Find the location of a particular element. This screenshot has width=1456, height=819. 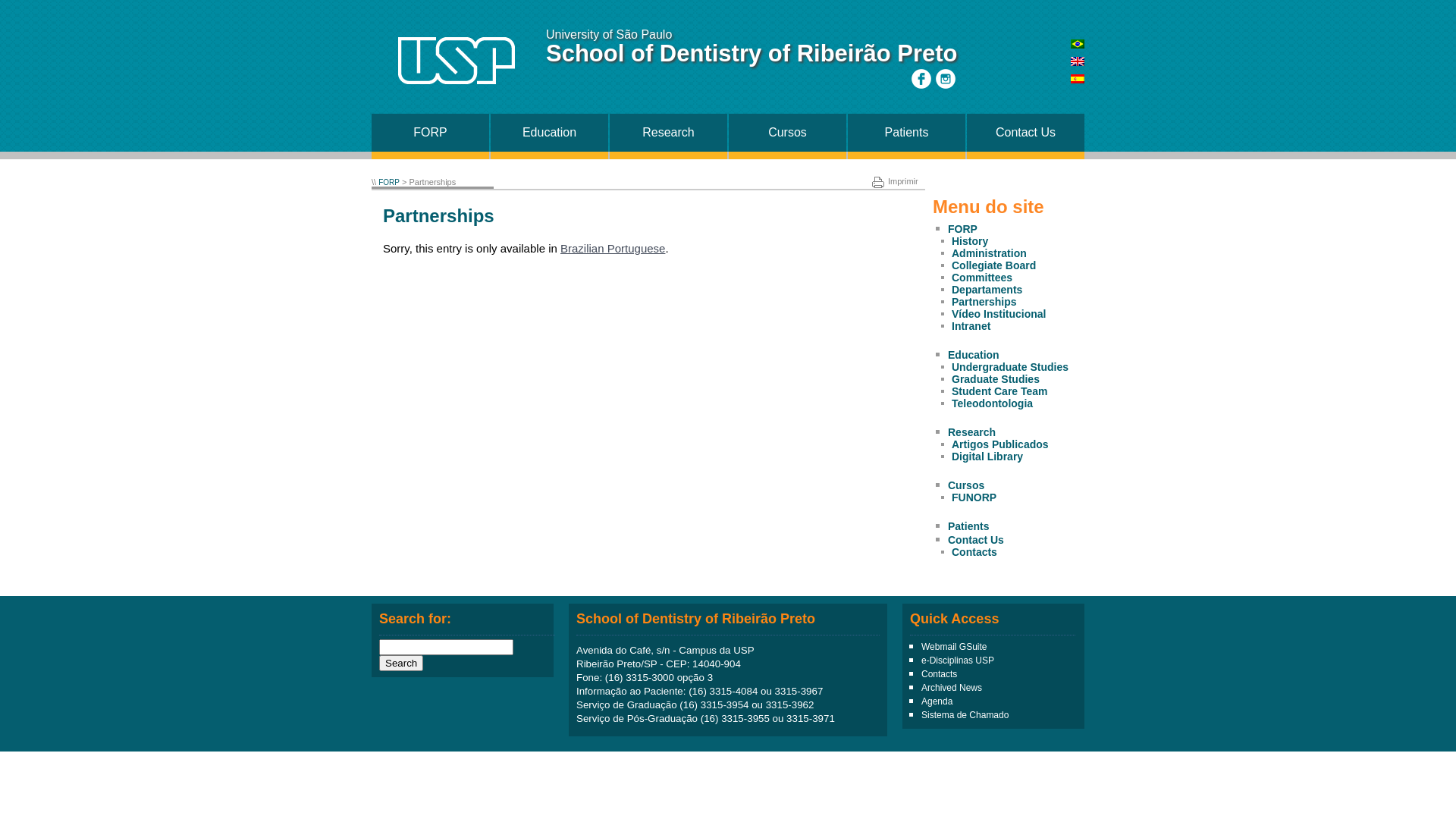

'History' is located at coordinates (950, 240).